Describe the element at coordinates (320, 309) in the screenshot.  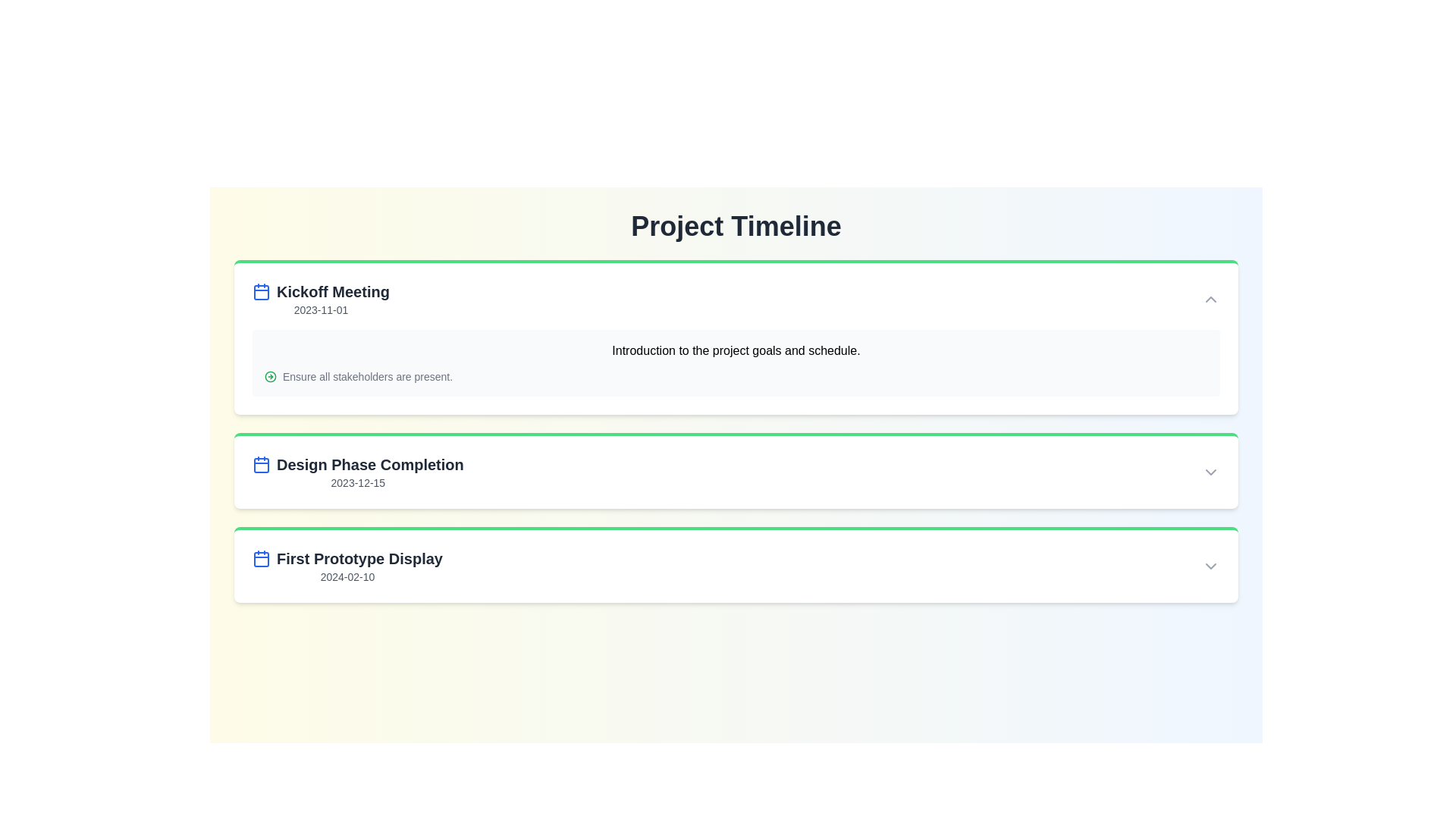
I see `the text label displaying the date '2023-11-01' below the 'Kickoff Meeting' header` at that location.